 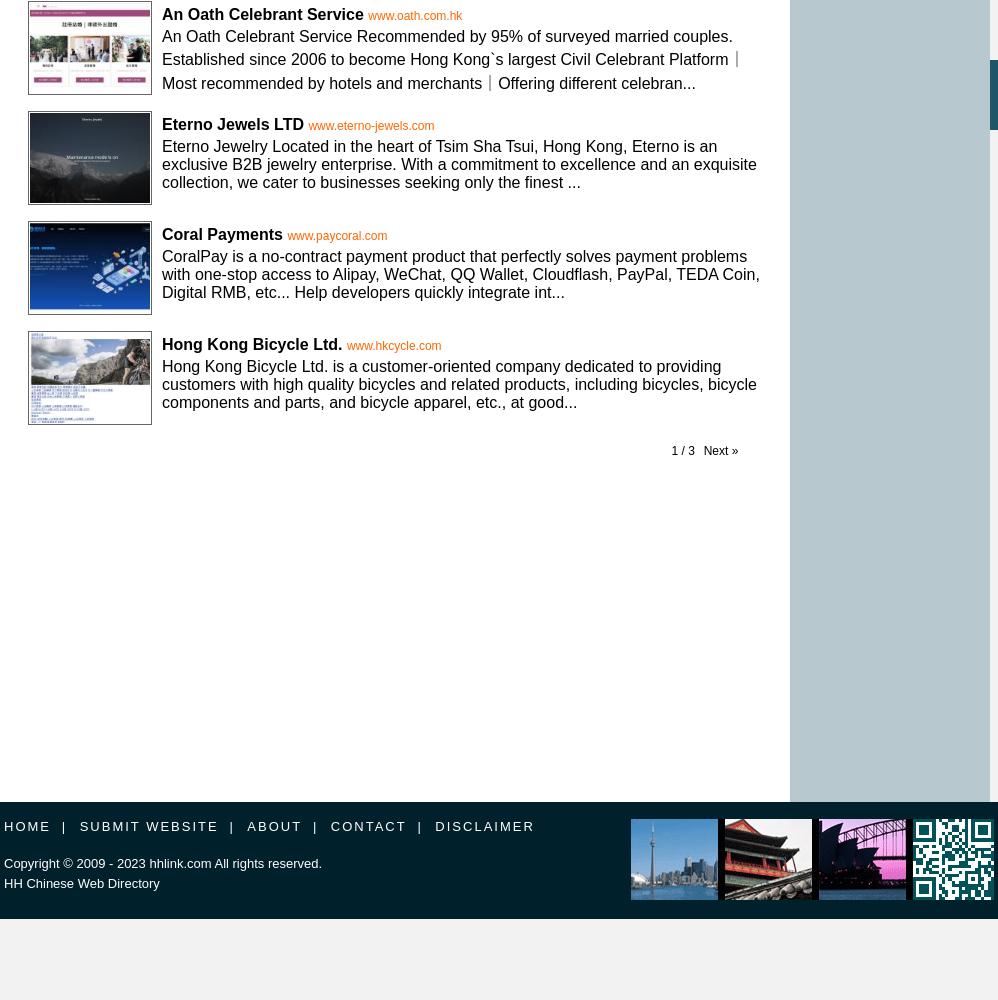 I want to click on 'Copyright © 2009 - 2023 hhlink.com All rights reserved.', so click(x=161, y=862).